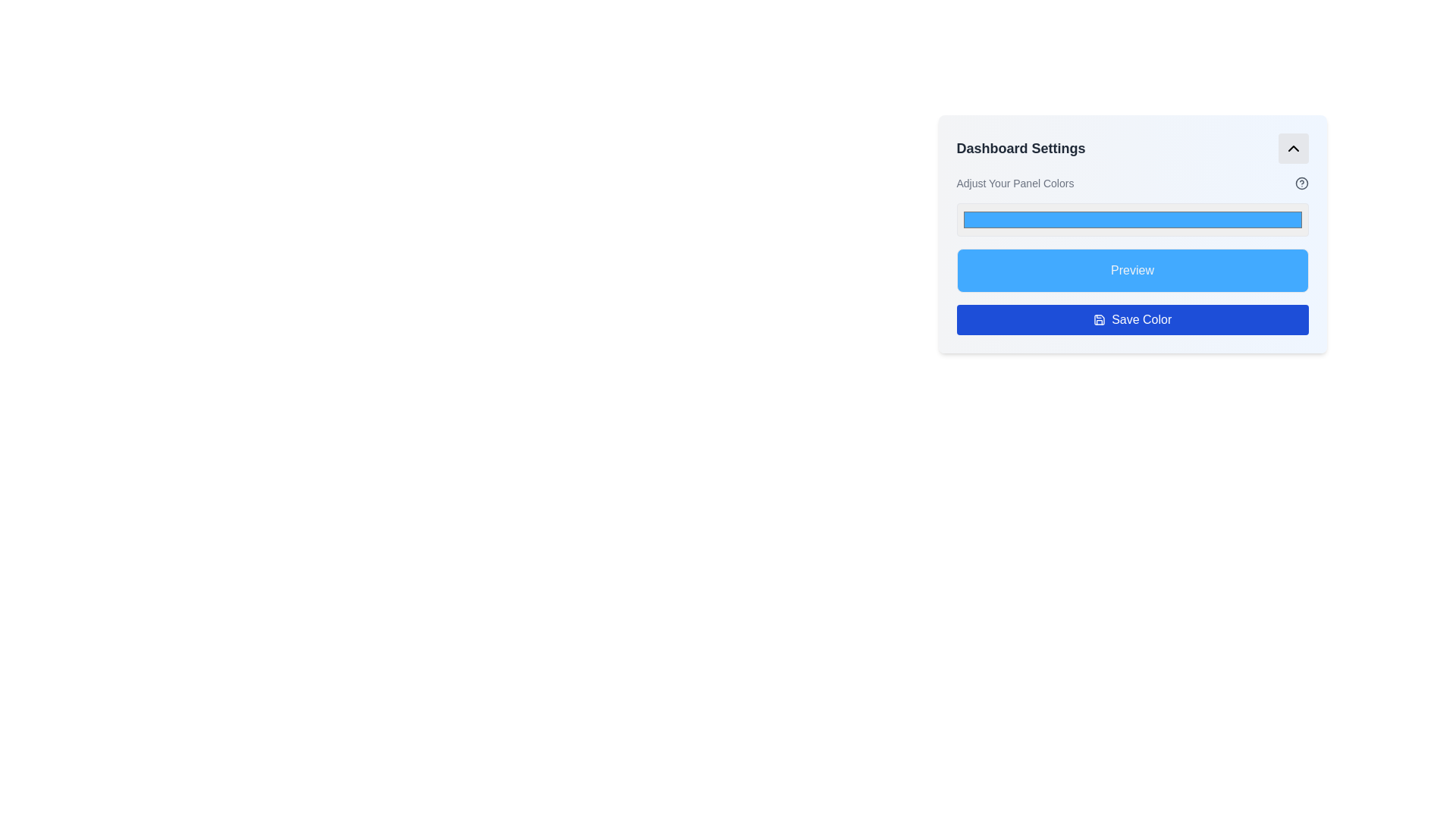 Image resolution: width=1456 pixels, height=819 pixels. I want to click on the preview button in the Interactive Panel Section located in the Dashboard Settings below the headline 'Adjust Your Panel Colors' to preview the color, so click(1132, 254).